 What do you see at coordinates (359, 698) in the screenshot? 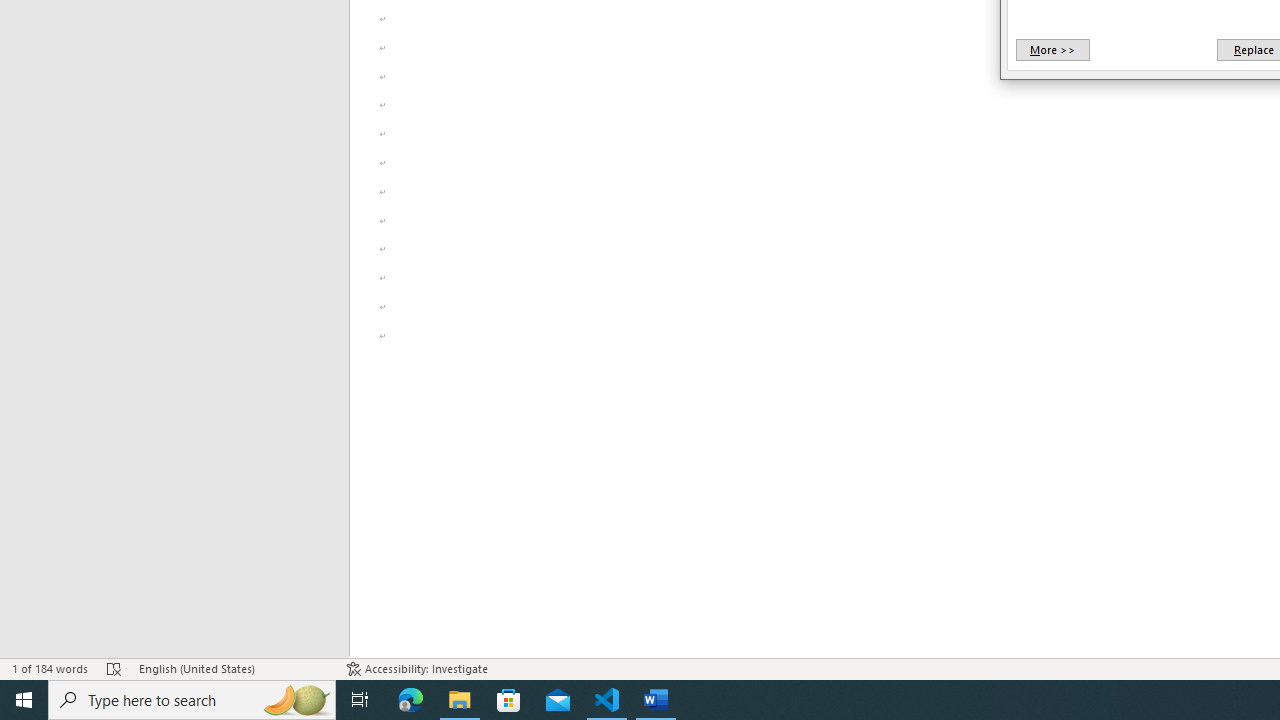
I see `'Task View'` at bounding box center [359, 698].